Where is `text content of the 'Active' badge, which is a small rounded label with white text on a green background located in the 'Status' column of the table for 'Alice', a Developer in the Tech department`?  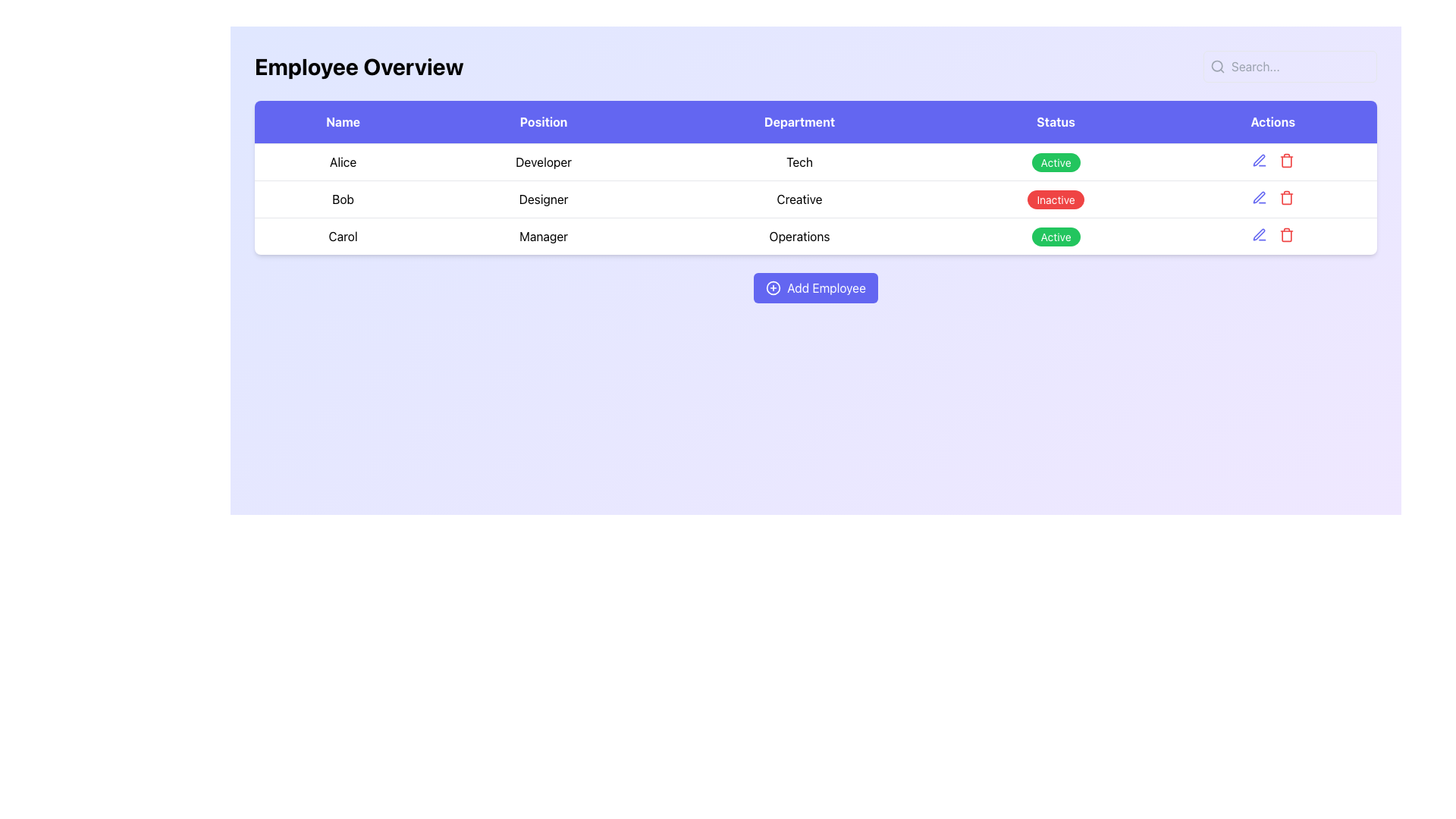
text content of the 'Active' badge, which is a small rounded label with white text on a green background located in the 'Status' column of the table for 'Alice', a Developer in the Tech department is located at coordinates (1055, 162).